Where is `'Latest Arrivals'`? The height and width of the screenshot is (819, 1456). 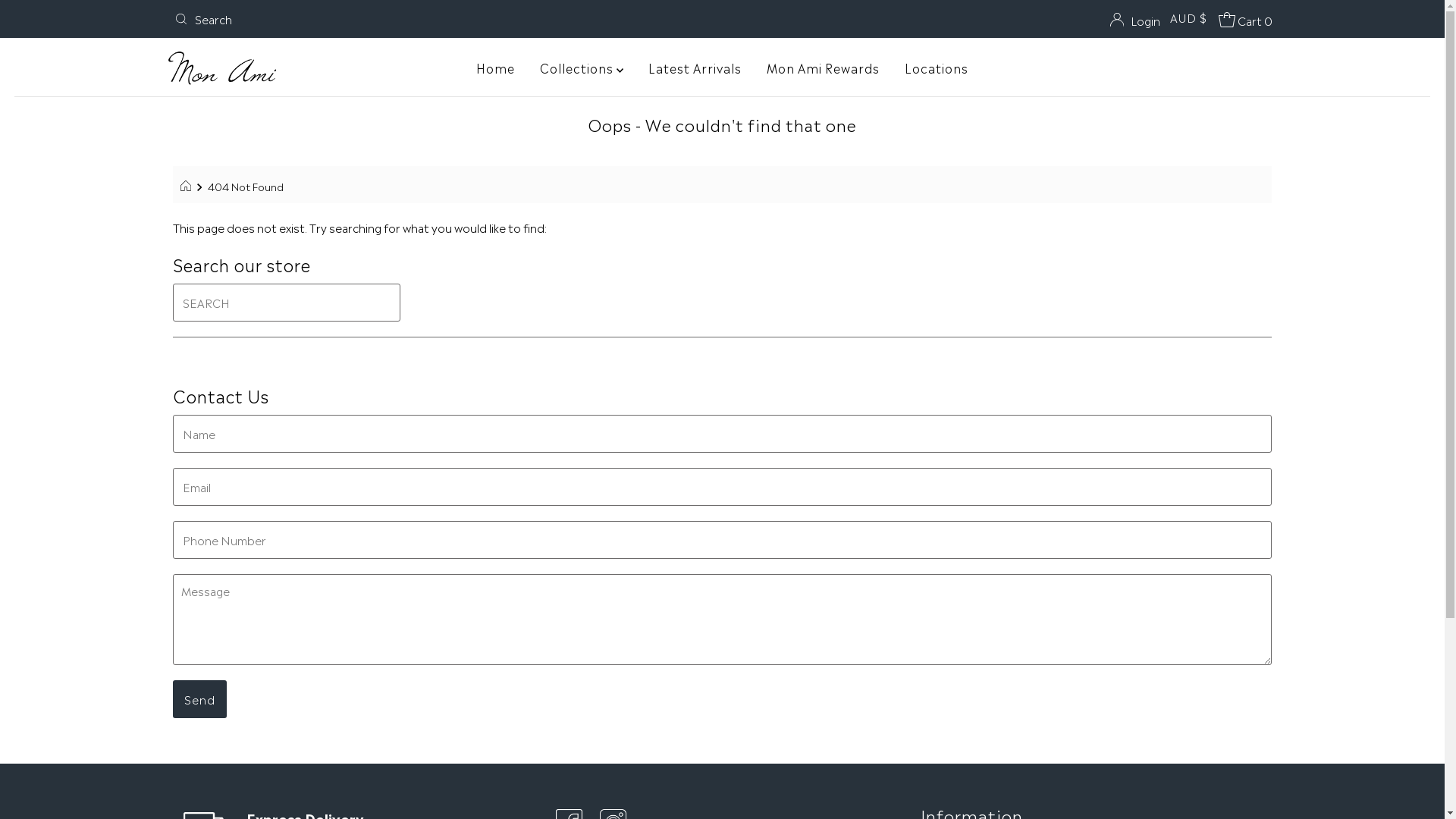 'Latest Arrivals' is located at coordinates (637, 66).